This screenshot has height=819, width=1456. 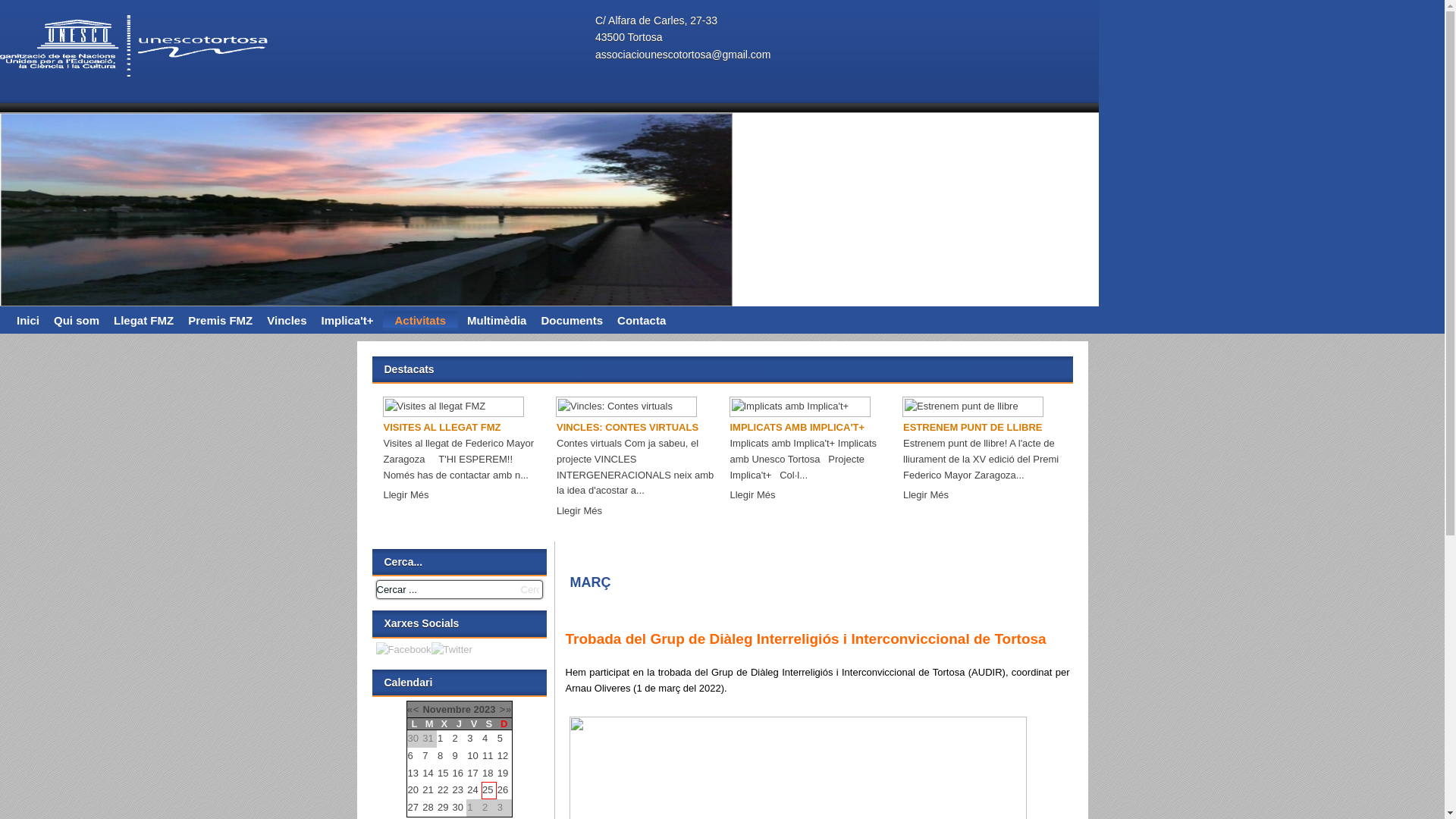 I want to click on 'Documents', so click(x=570, y=320).